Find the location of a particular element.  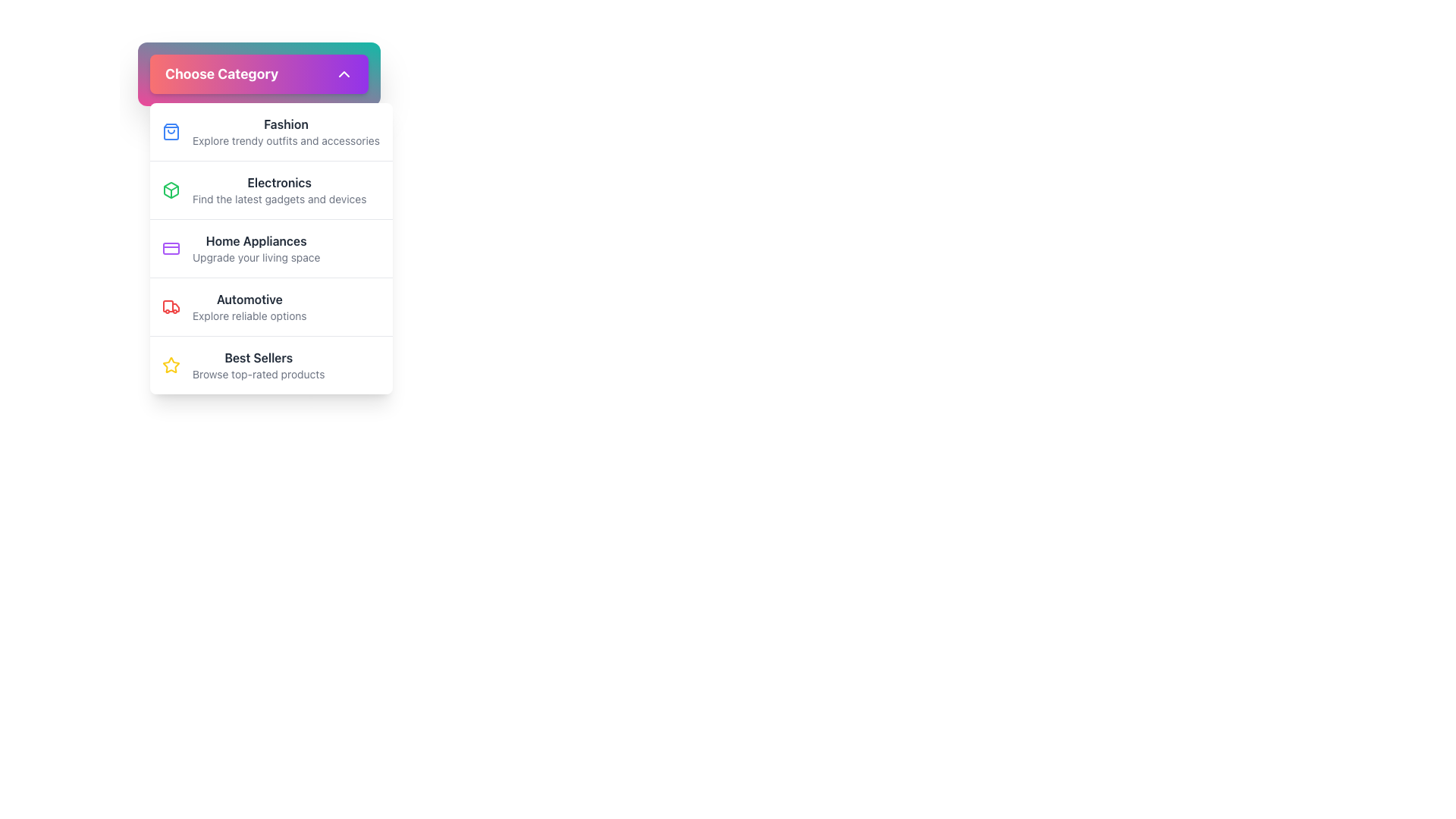

the non-interactive text label providing additional information about the 'Fashion' category, located below the 'Fashion' text in the 'Choose Category' dropdown menu is located at coordinates (286, 140).